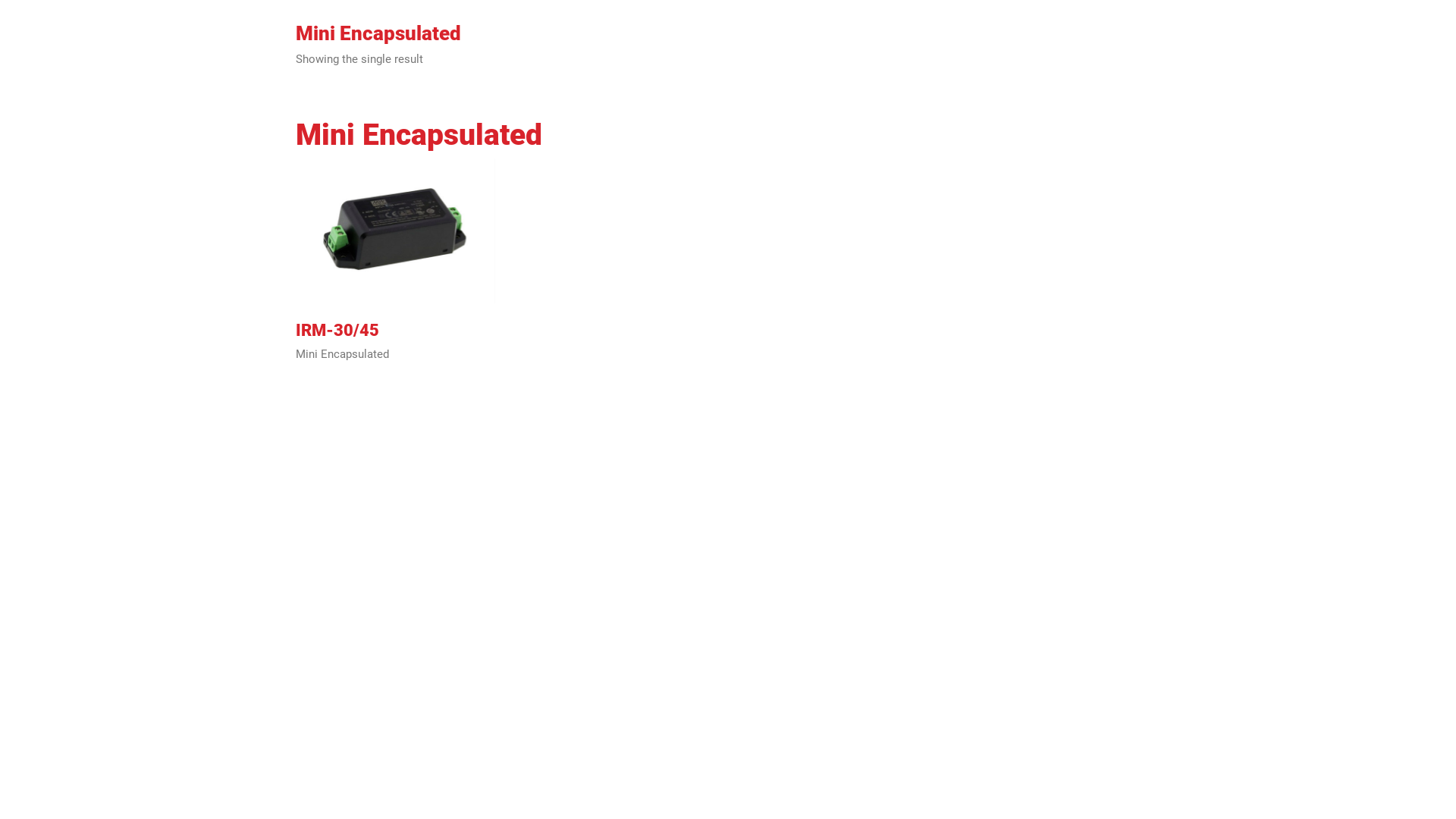 The width and height of the screenshot is (1456, 819). I want to click on 'IRM-30/45', so click(295, 329).